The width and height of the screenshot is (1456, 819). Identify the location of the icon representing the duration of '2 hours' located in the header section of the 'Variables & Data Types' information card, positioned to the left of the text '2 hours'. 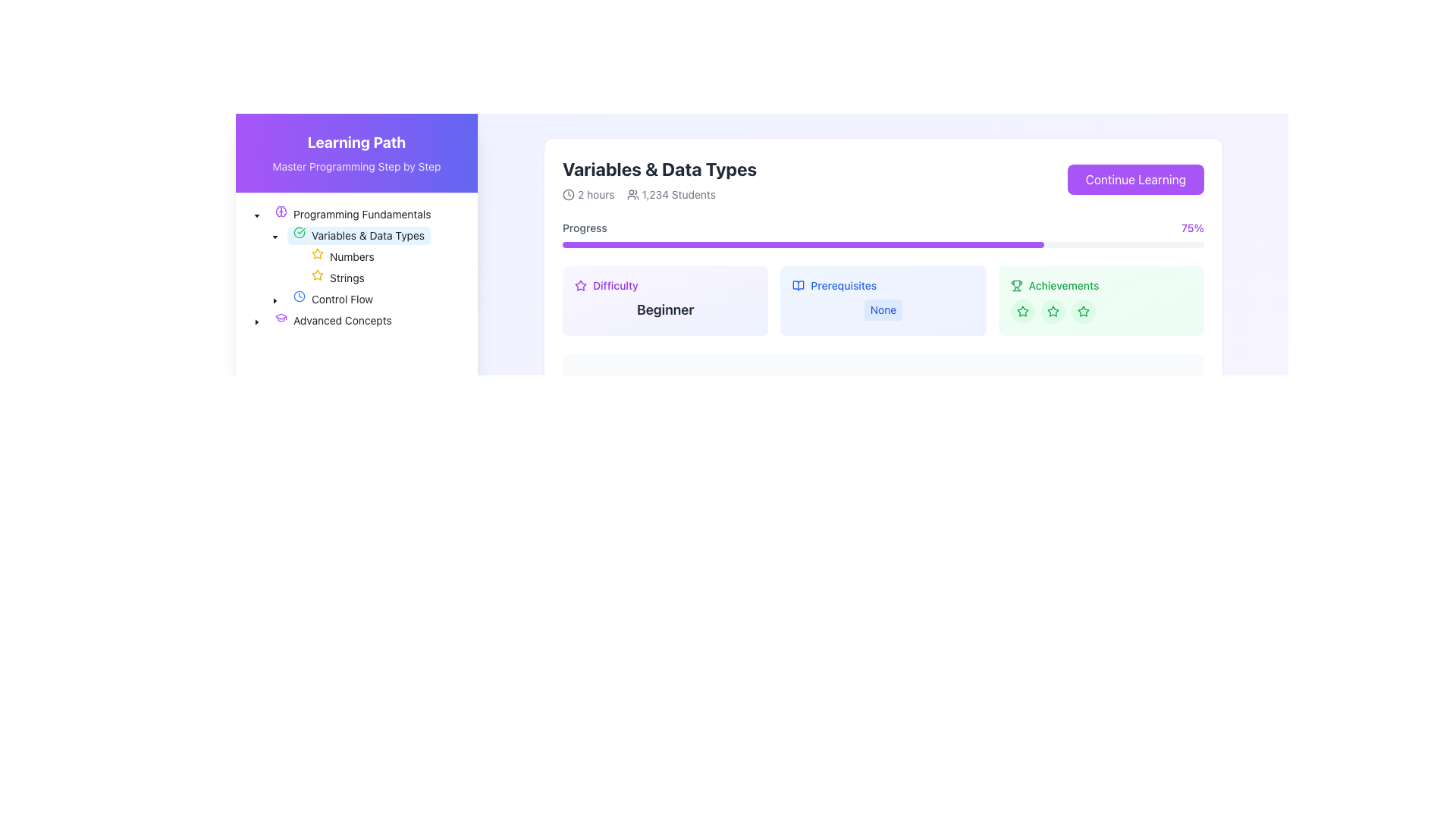
(567, 194).